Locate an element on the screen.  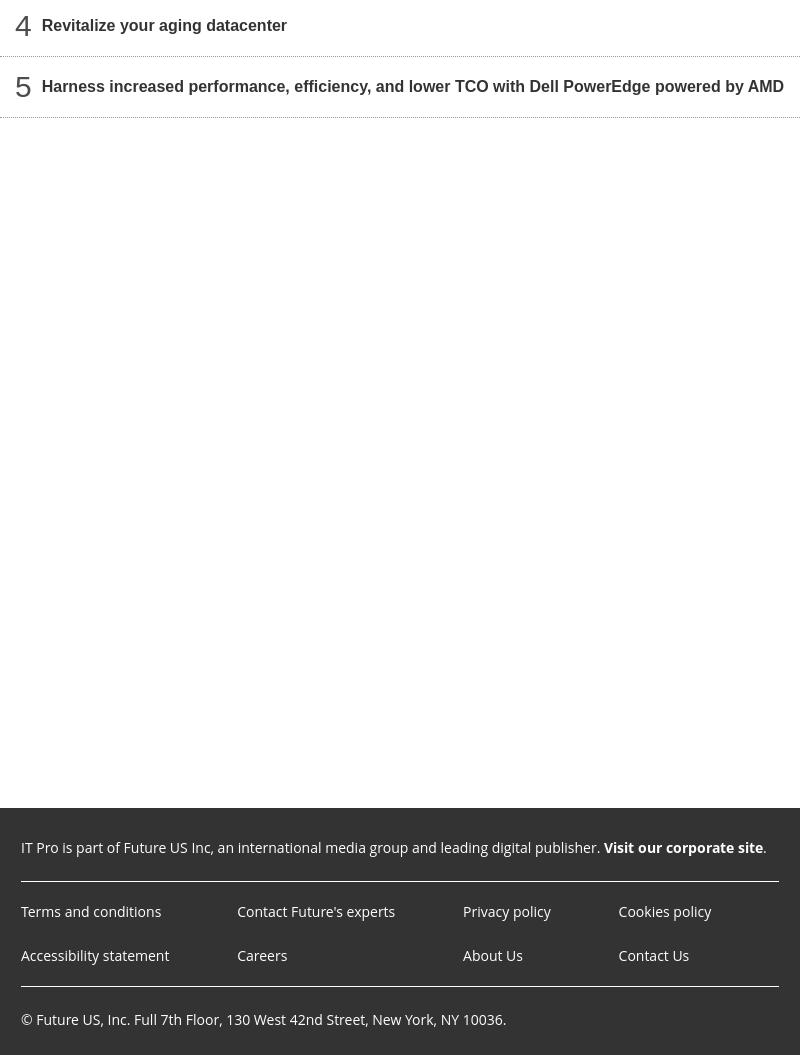
'Terms and conditions' is located at coordinates (91, 910).